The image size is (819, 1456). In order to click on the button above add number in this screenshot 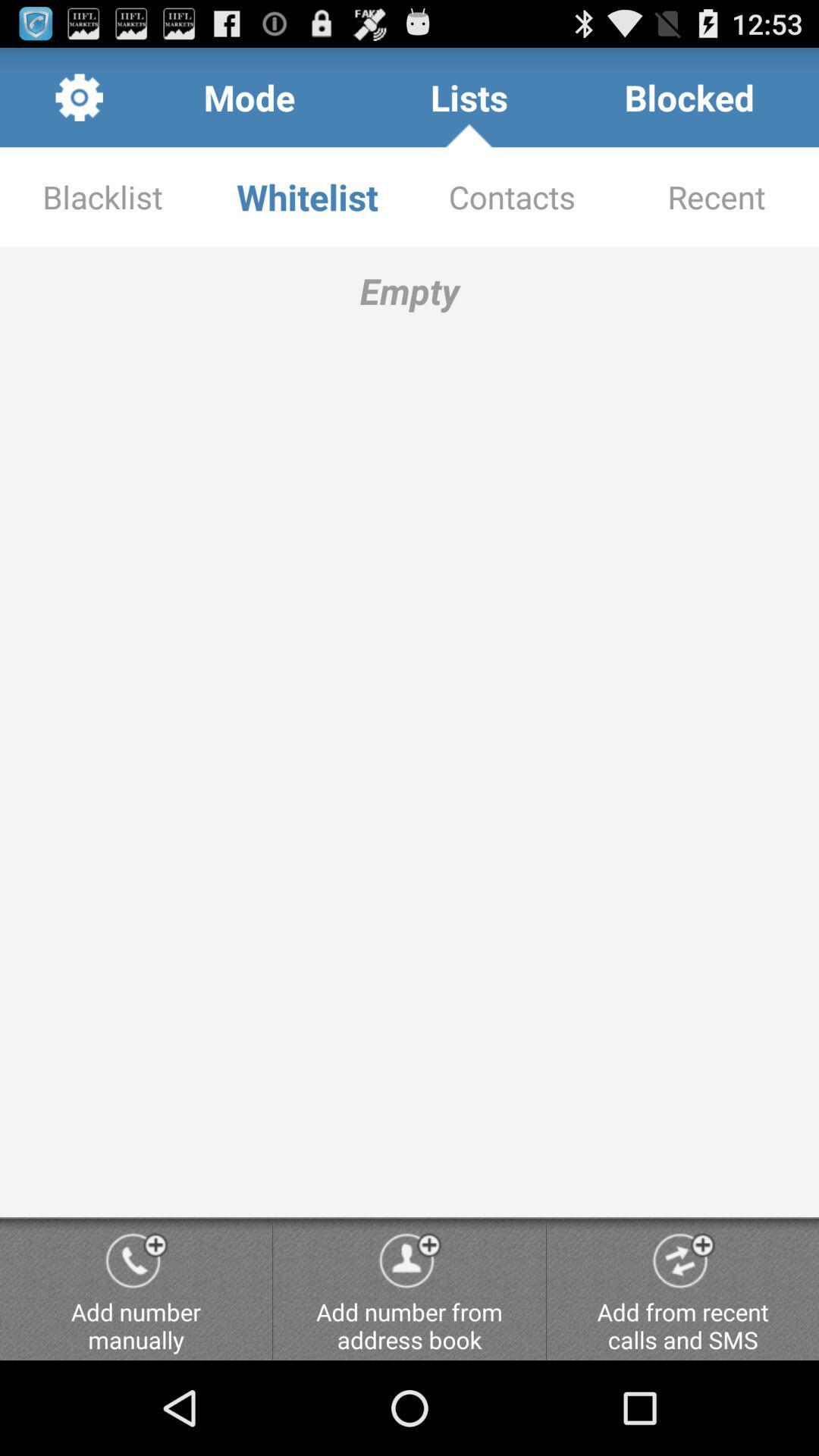, I will do `click(409, 732)`.